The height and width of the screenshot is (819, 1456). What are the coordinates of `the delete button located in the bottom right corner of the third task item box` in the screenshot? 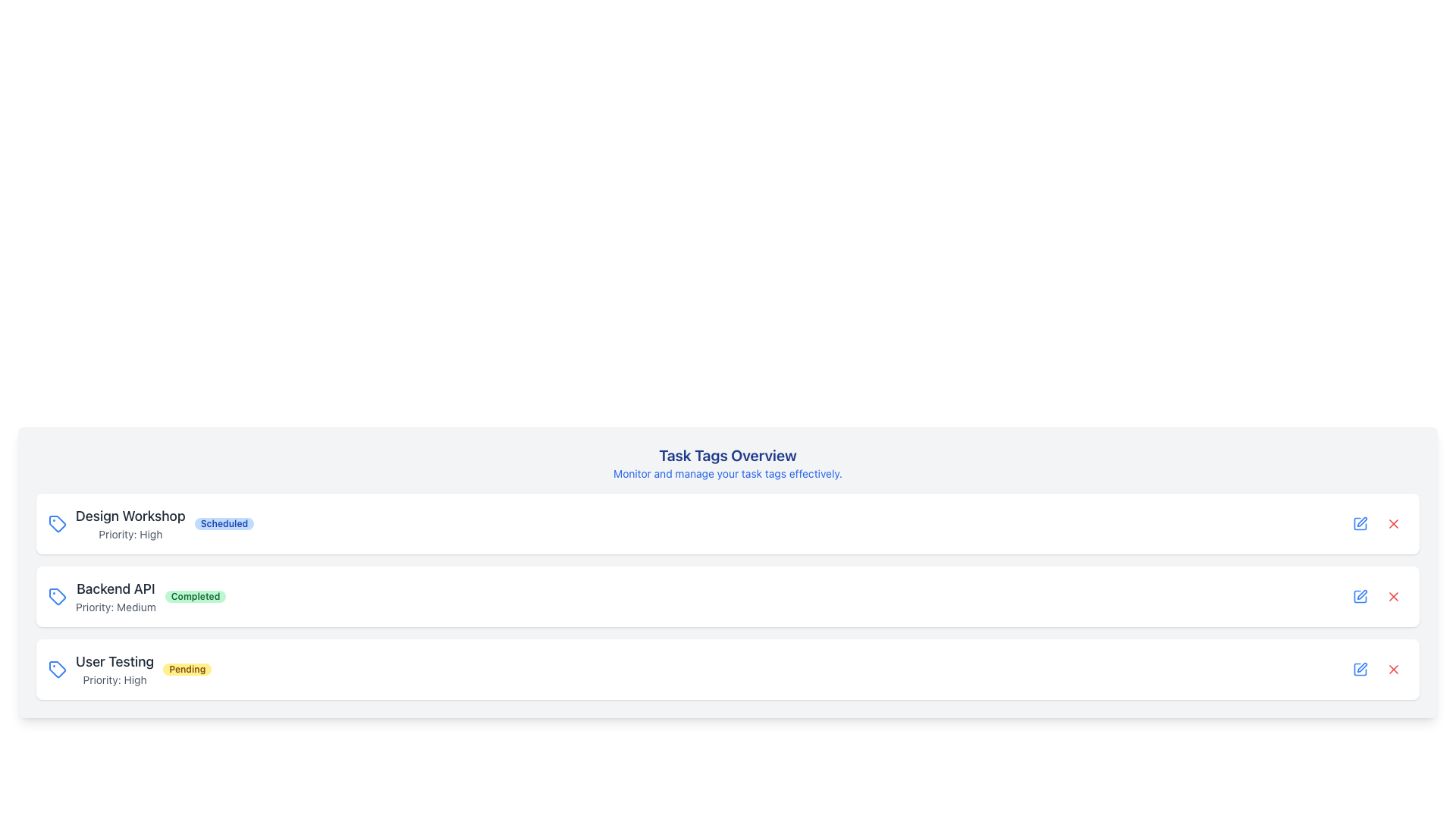 It's located at (1394, 669).